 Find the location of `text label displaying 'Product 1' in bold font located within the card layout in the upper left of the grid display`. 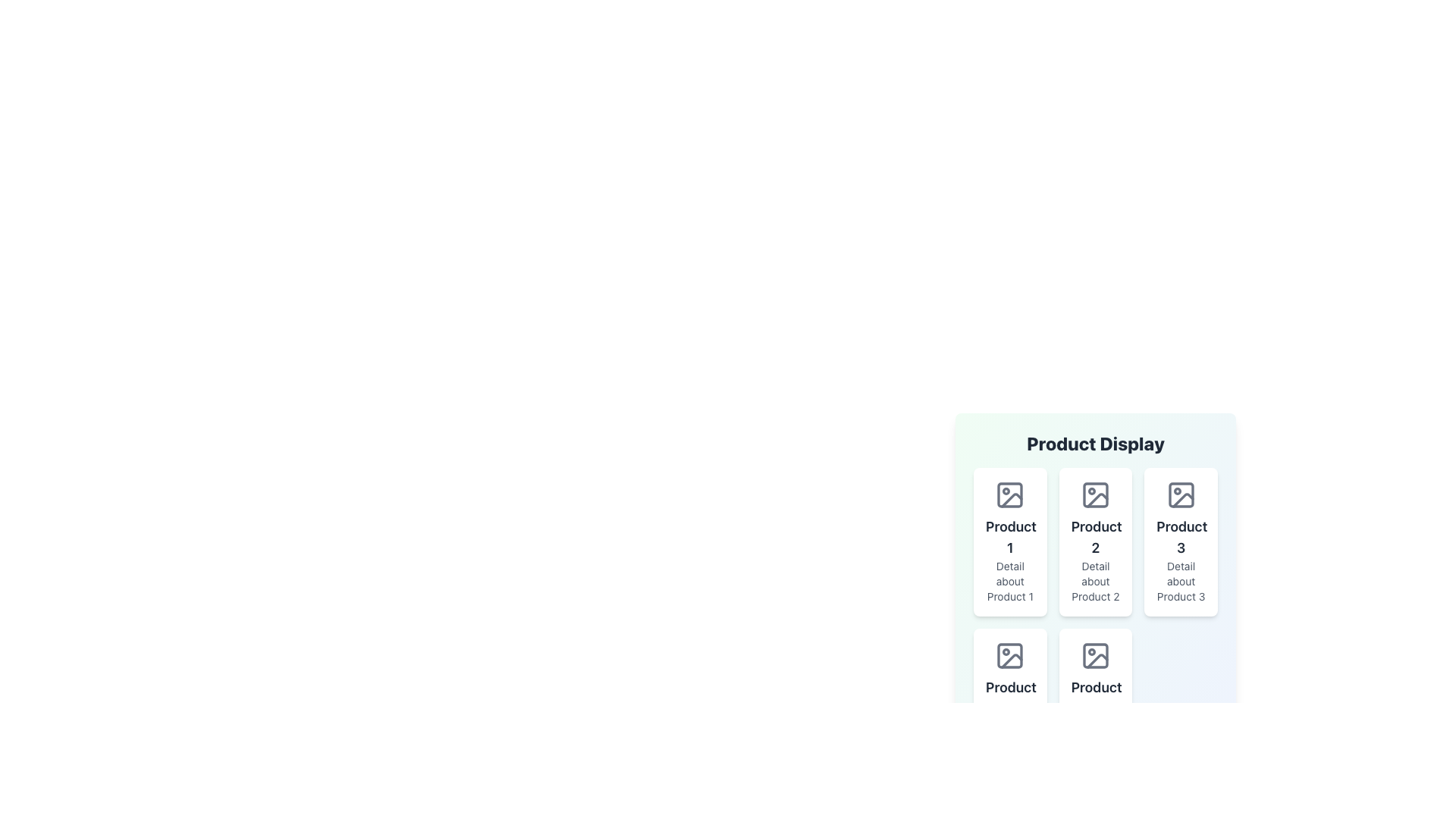

text label displaying 'Product 1' in bold font located within the card layout in the upper left of the grid display is located at coordinates (1010, 537).